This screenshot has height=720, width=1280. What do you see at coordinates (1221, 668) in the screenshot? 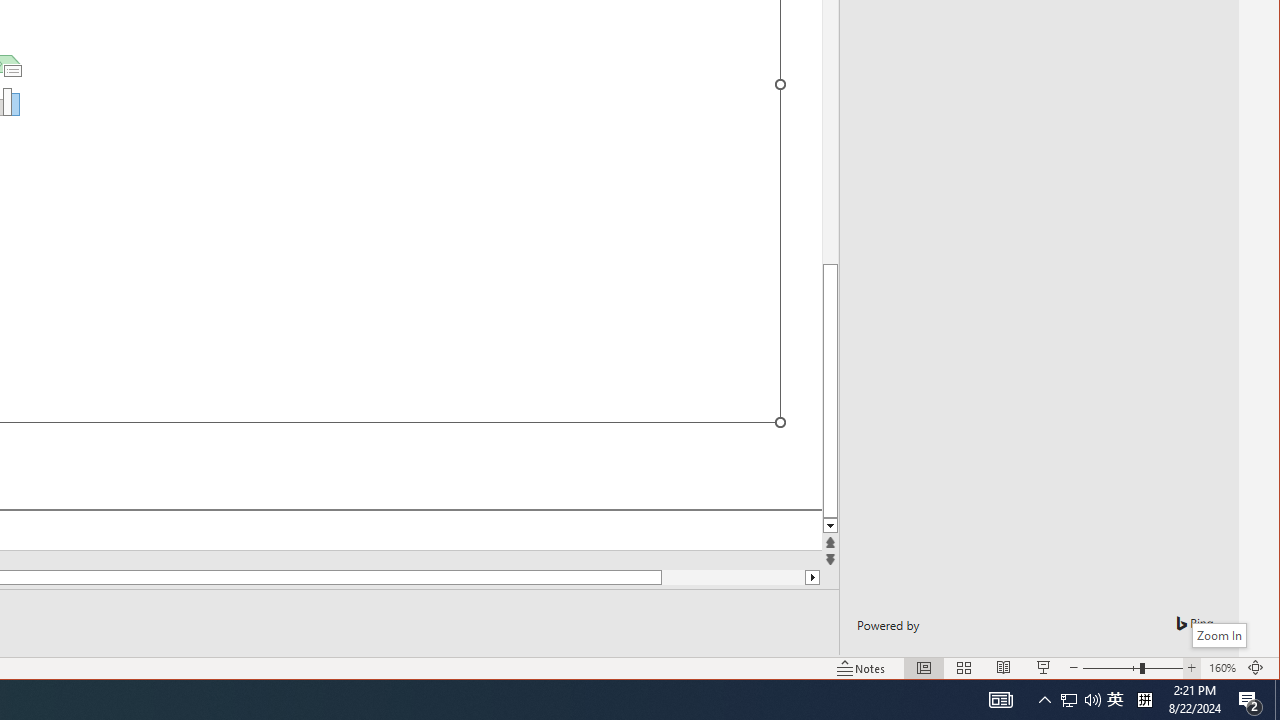
I see `'Q2790: 100%'` at bounding box center [1221, 668].